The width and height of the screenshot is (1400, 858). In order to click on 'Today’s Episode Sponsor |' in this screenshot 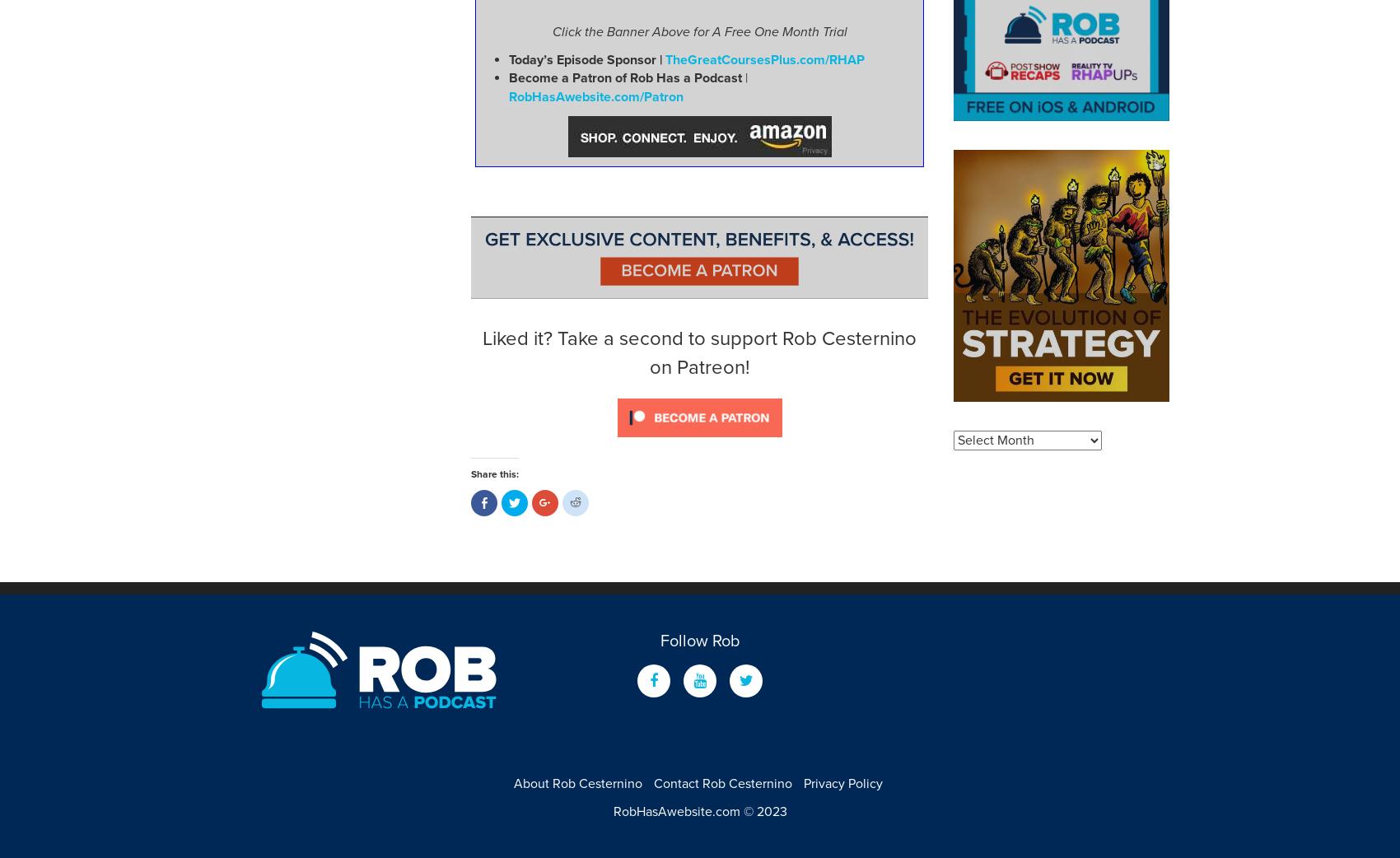, I will do `click(586, 58)`.